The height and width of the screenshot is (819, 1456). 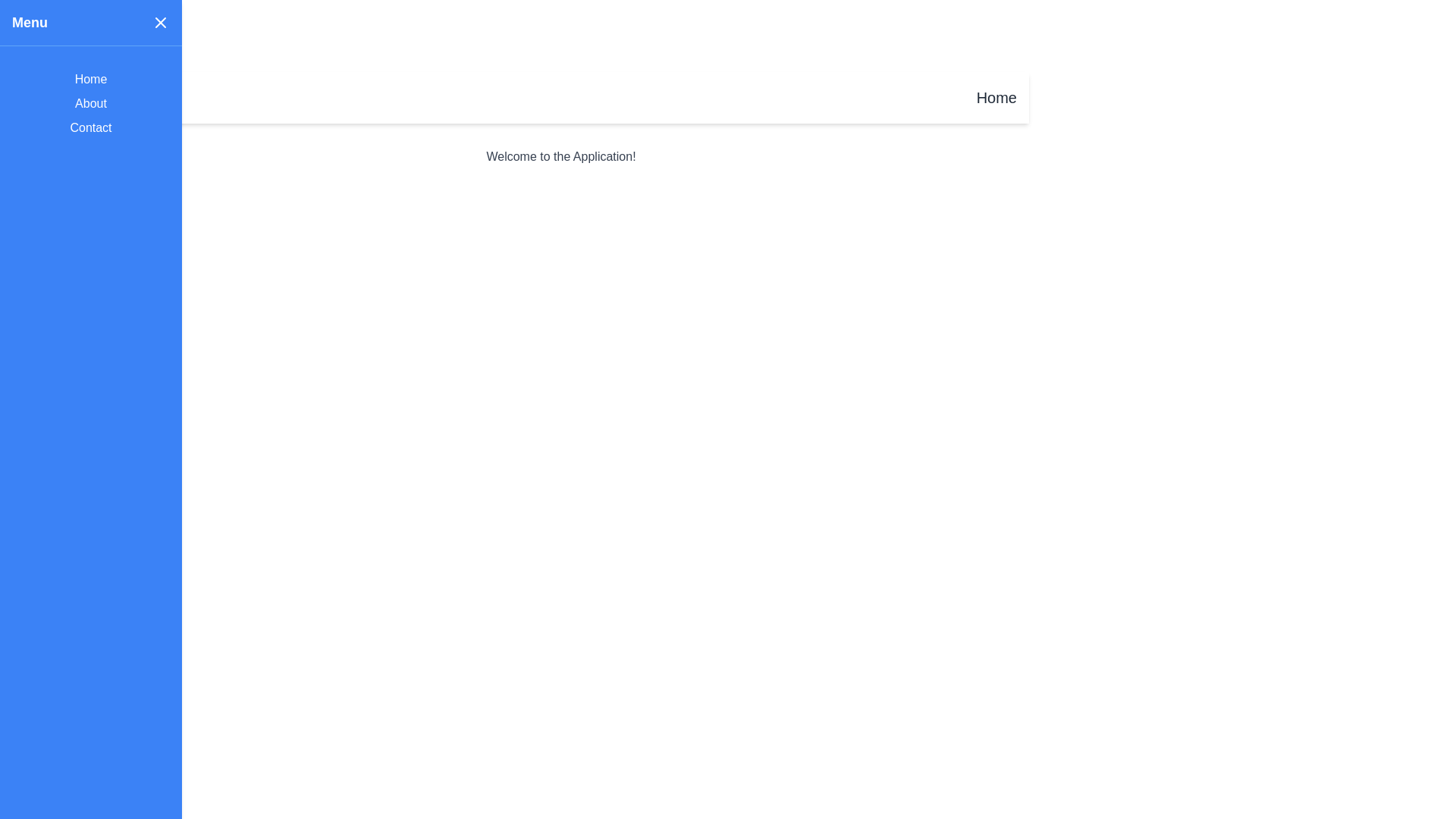 I want to click on the bold 'Menu' text label styled in white on a blue background, located in the upper-left corner of the interface, so click(x=30, y=23).